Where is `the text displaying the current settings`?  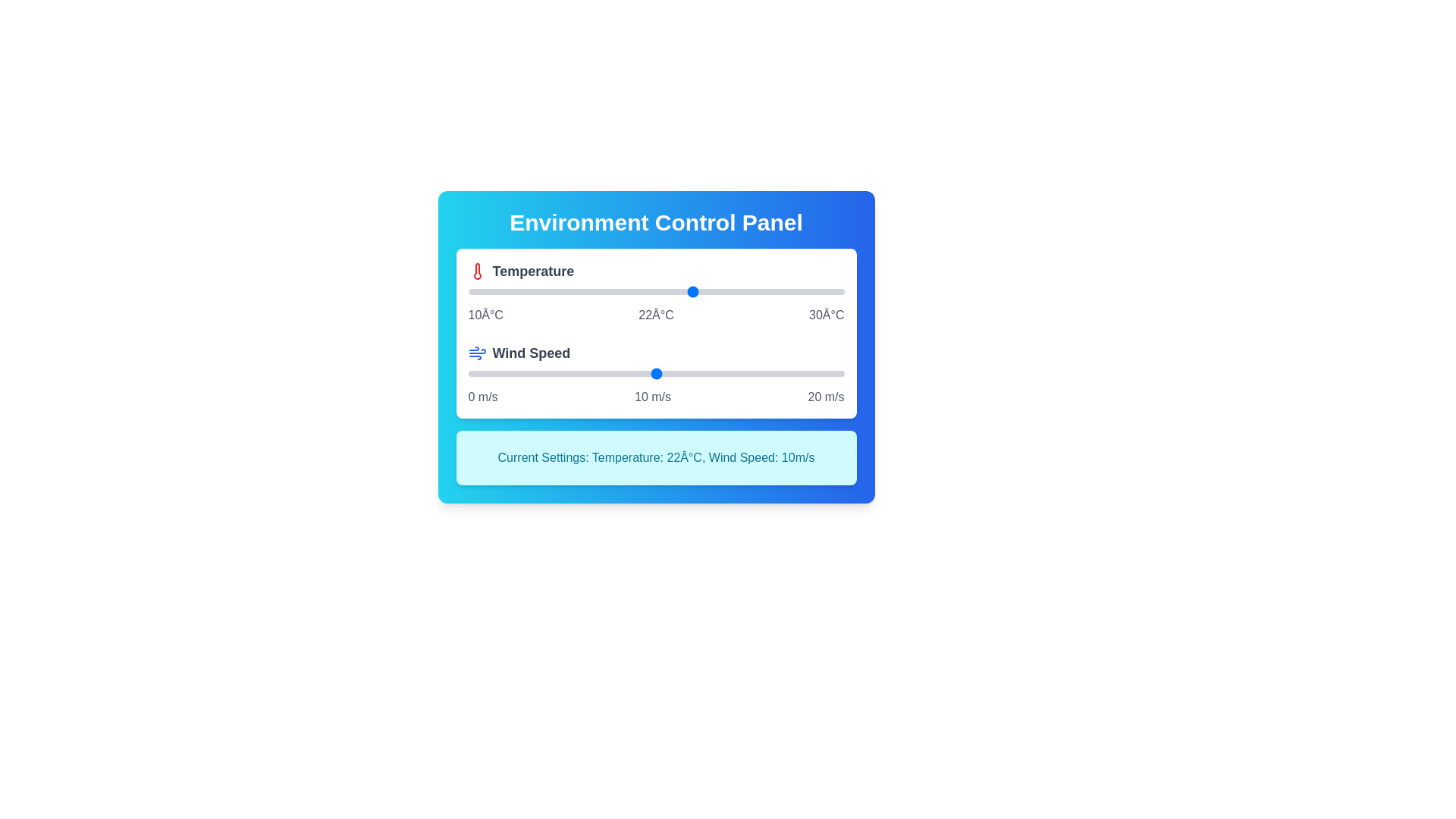
the text displaying the current settings is located at coordinates (656, 457).